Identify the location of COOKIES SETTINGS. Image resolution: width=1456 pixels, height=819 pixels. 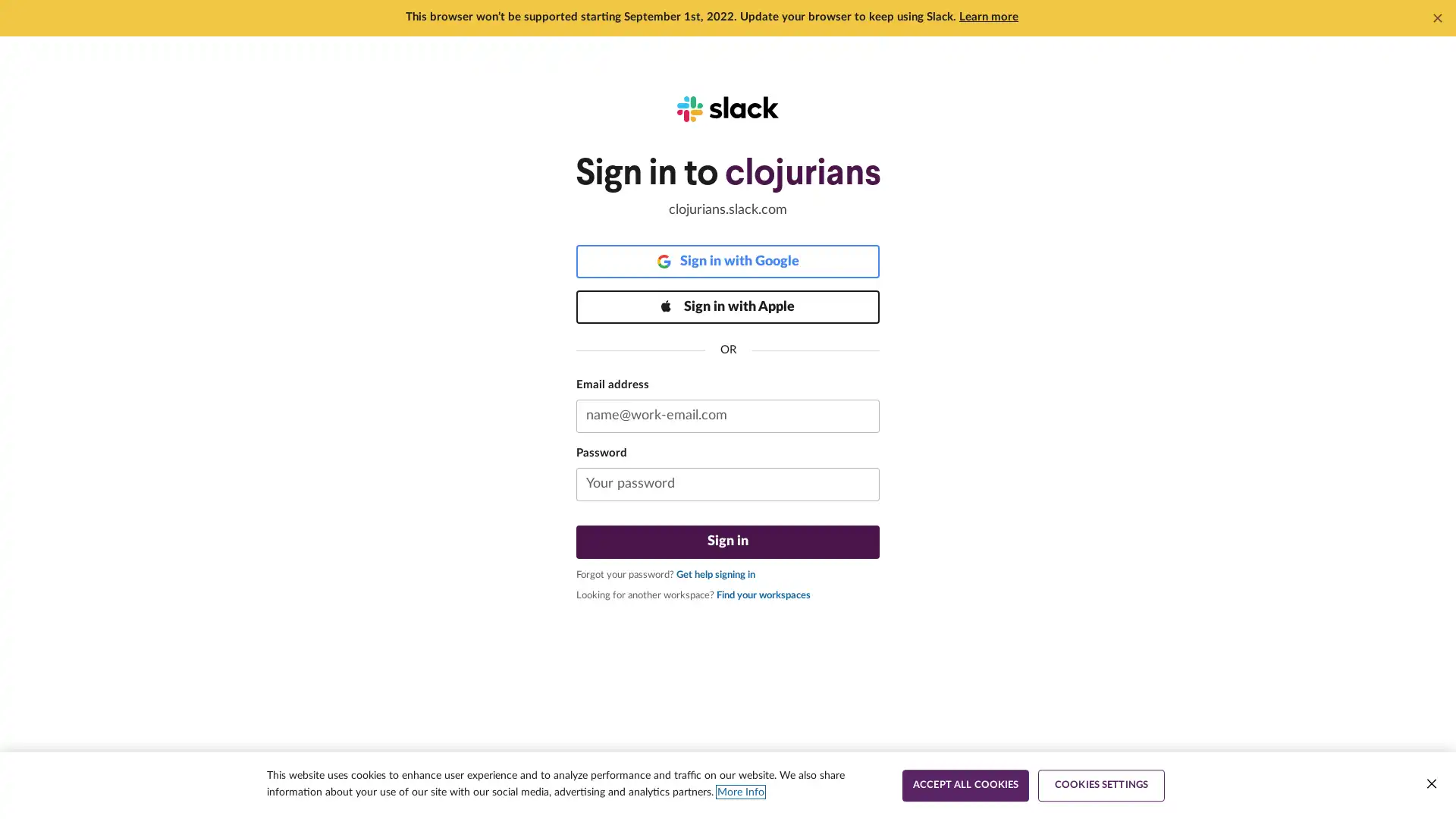
(1101, 785).